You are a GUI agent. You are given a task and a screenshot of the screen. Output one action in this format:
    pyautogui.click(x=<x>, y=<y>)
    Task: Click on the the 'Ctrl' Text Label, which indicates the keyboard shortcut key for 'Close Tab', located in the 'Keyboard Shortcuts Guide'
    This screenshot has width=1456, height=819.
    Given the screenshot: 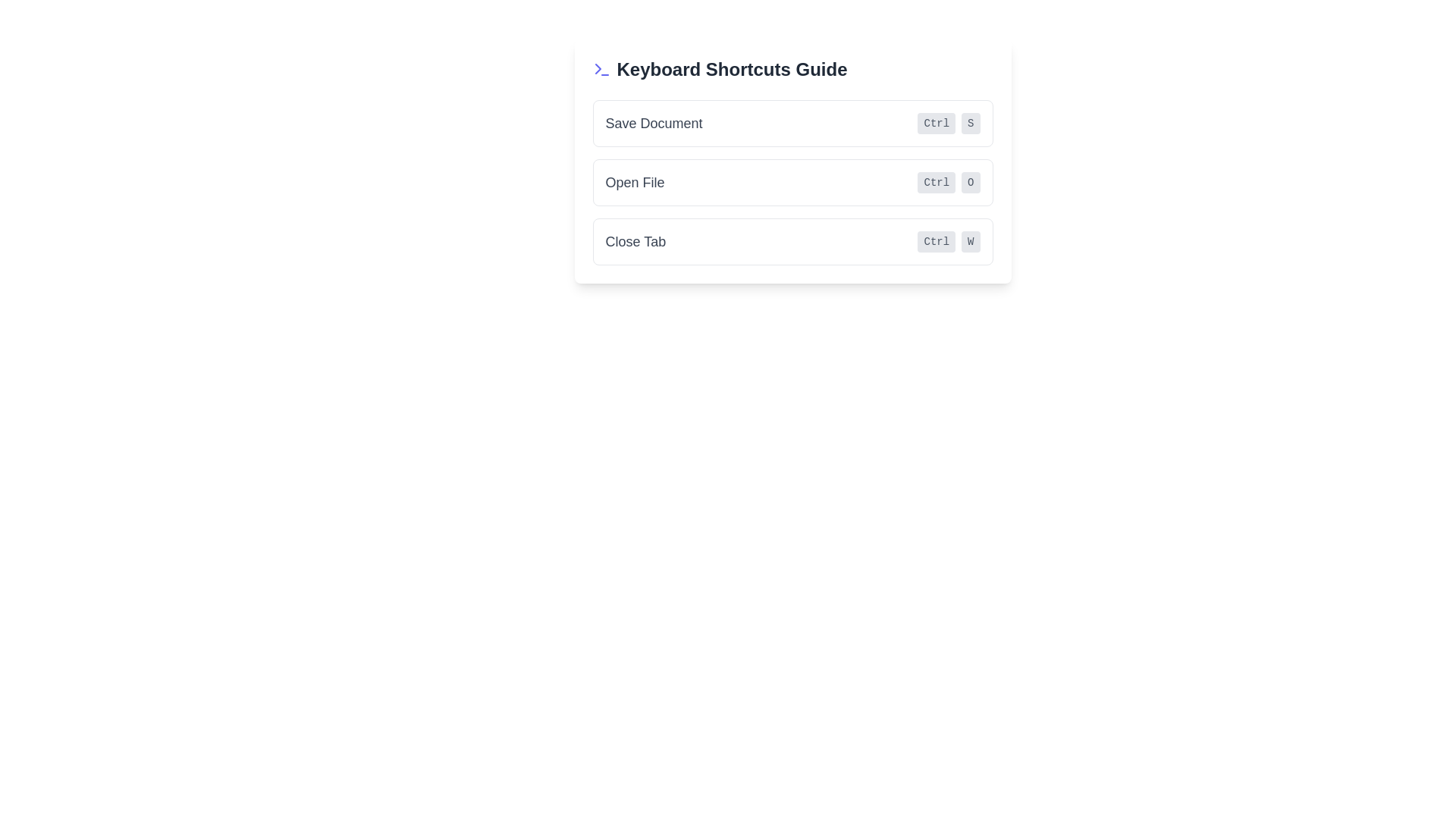 What is the action you would take?
    pyautogui.click(x=936, y=241)
    